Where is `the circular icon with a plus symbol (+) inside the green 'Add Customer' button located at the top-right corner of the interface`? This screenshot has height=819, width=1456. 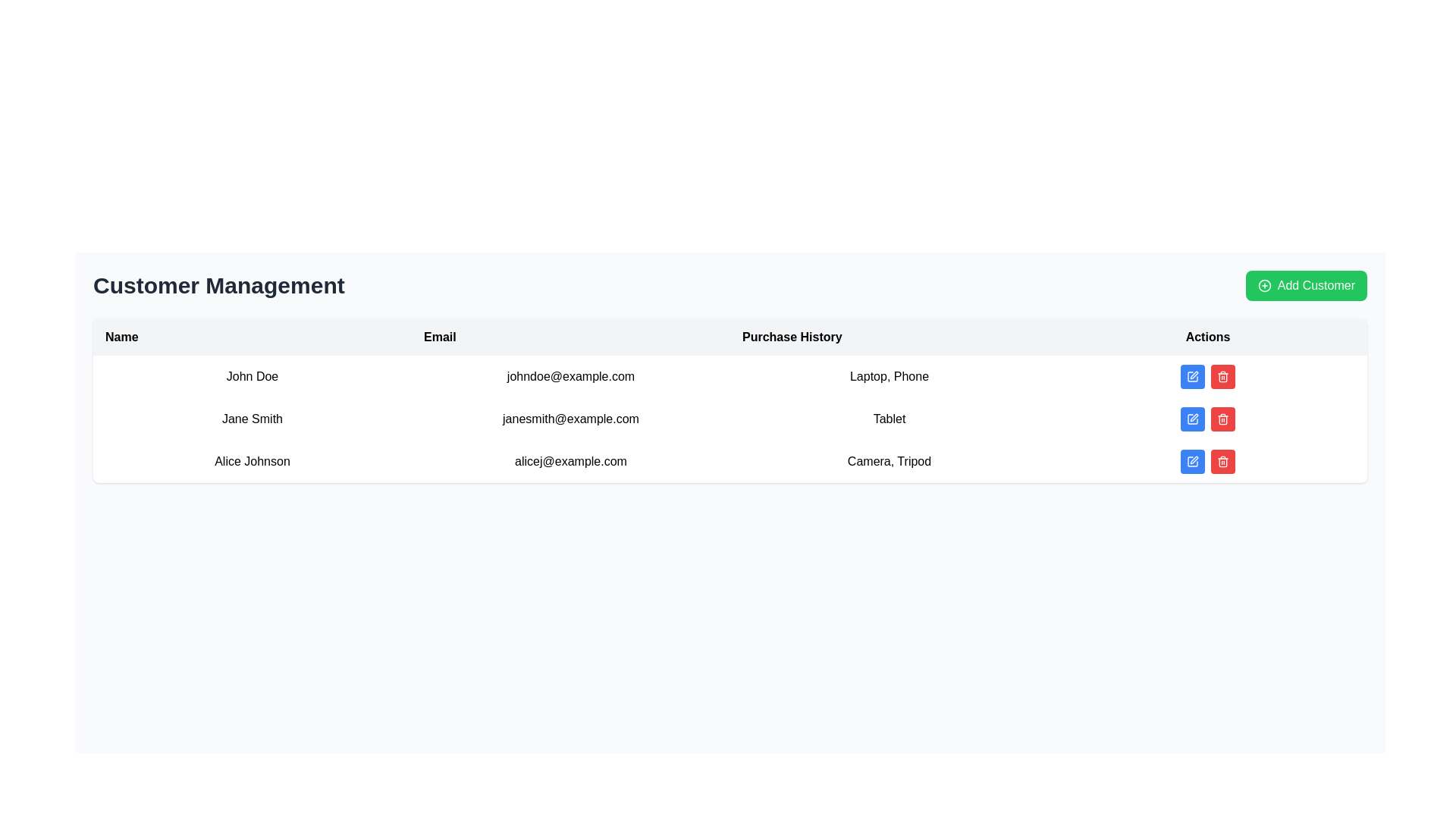
the circular icon with a plus symbol (+) inside the green 'Add Customer' button located at the top-right corner of the interface is located at coordinates (1264, 286).